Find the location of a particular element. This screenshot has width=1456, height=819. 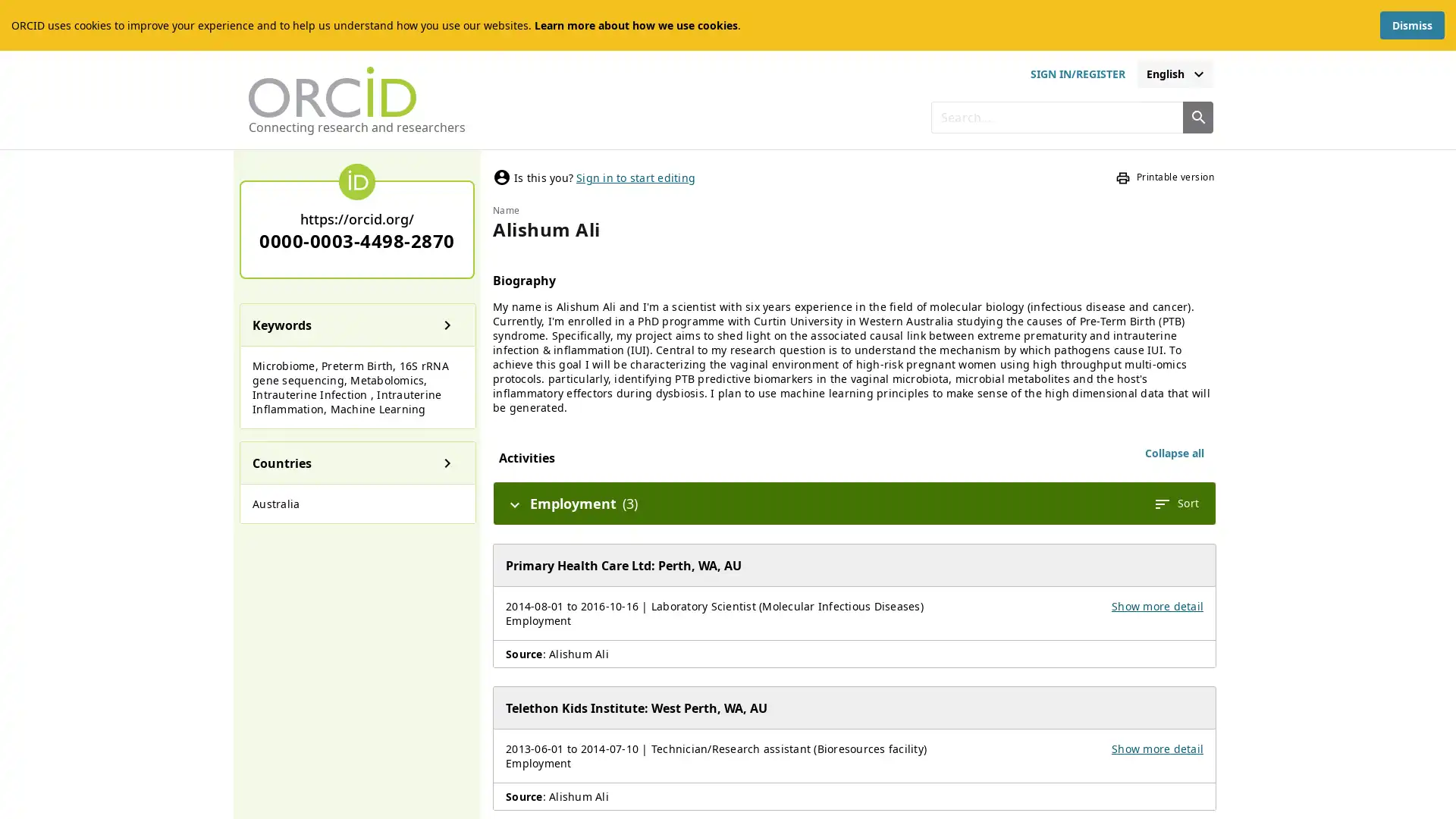

Show more detail is located at coordinates (1156, 605).